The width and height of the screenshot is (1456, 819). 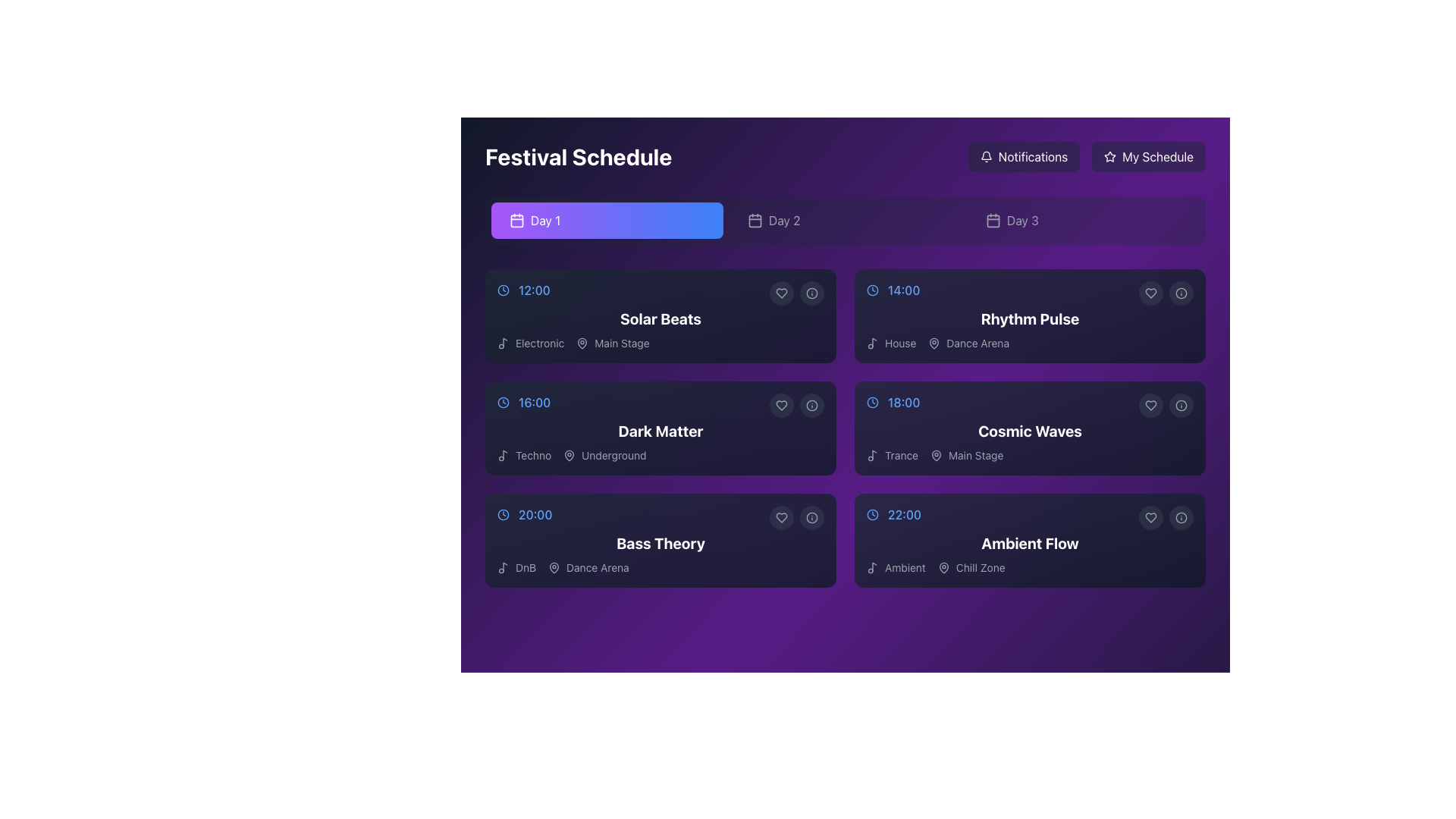 What do you see at coordinates (811, 405) in the screenshot?
I see `the information icon located at the lower right corner of the 'Dark Matter' event card, adjacent to the heart-shaped favorite icon` at bounding box center [811, 405].